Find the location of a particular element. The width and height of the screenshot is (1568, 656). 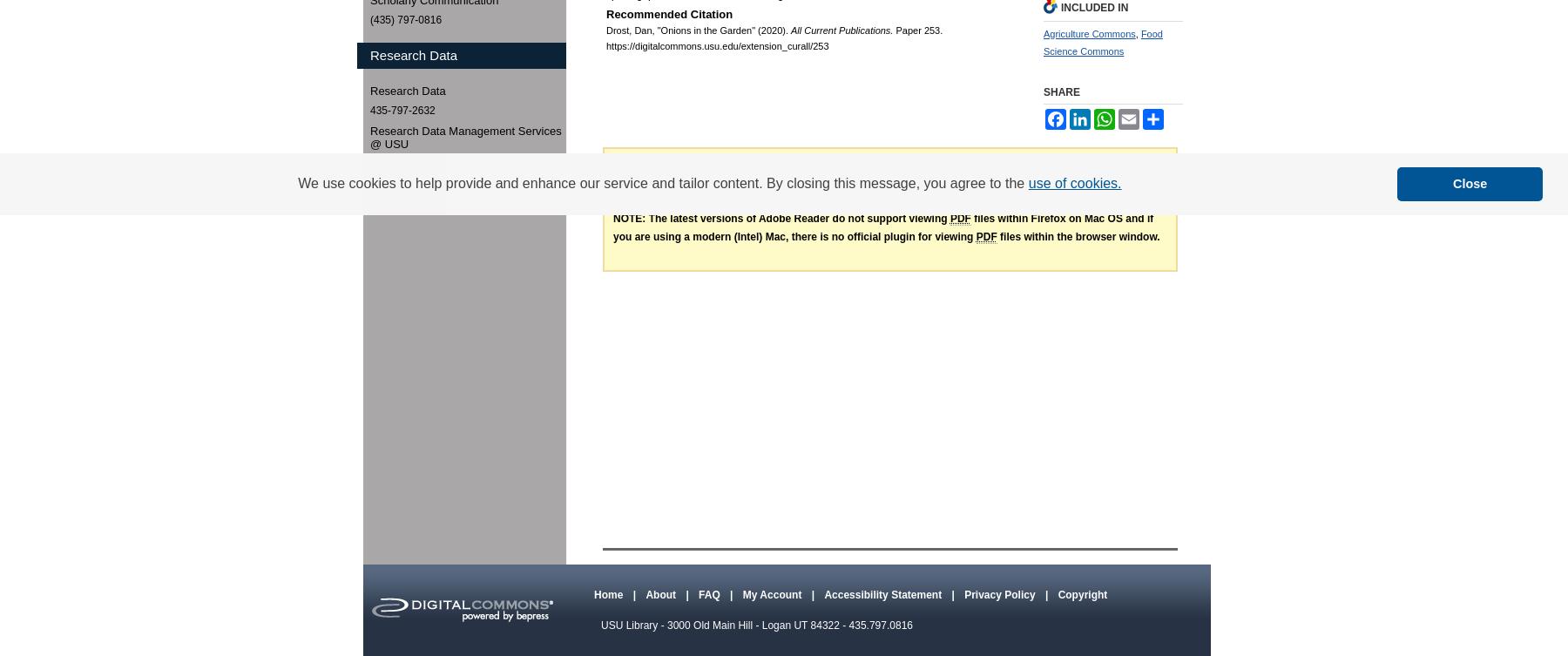

'https://digitalcommons.usu.edu/extension_curall/253' is located at coordinates (605, 46).